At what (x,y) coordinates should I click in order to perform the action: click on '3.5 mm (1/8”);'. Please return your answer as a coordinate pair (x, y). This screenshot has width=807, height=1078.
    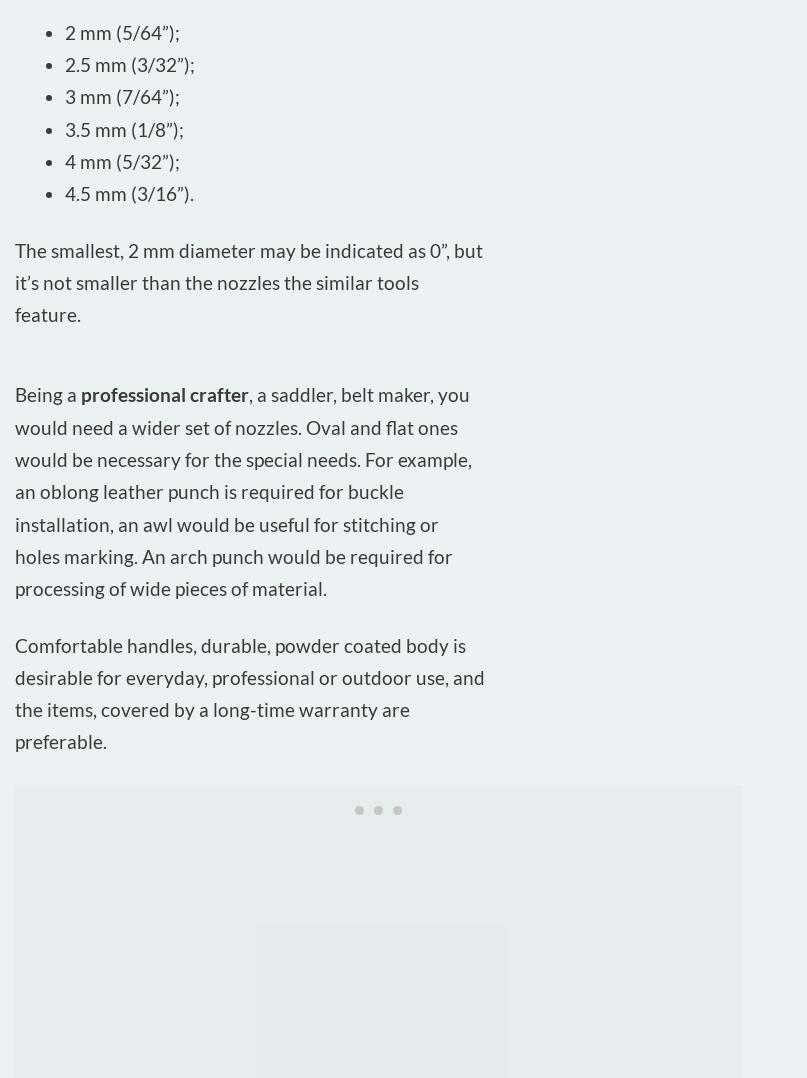
    Looking at the image, I should click on (123, 128).